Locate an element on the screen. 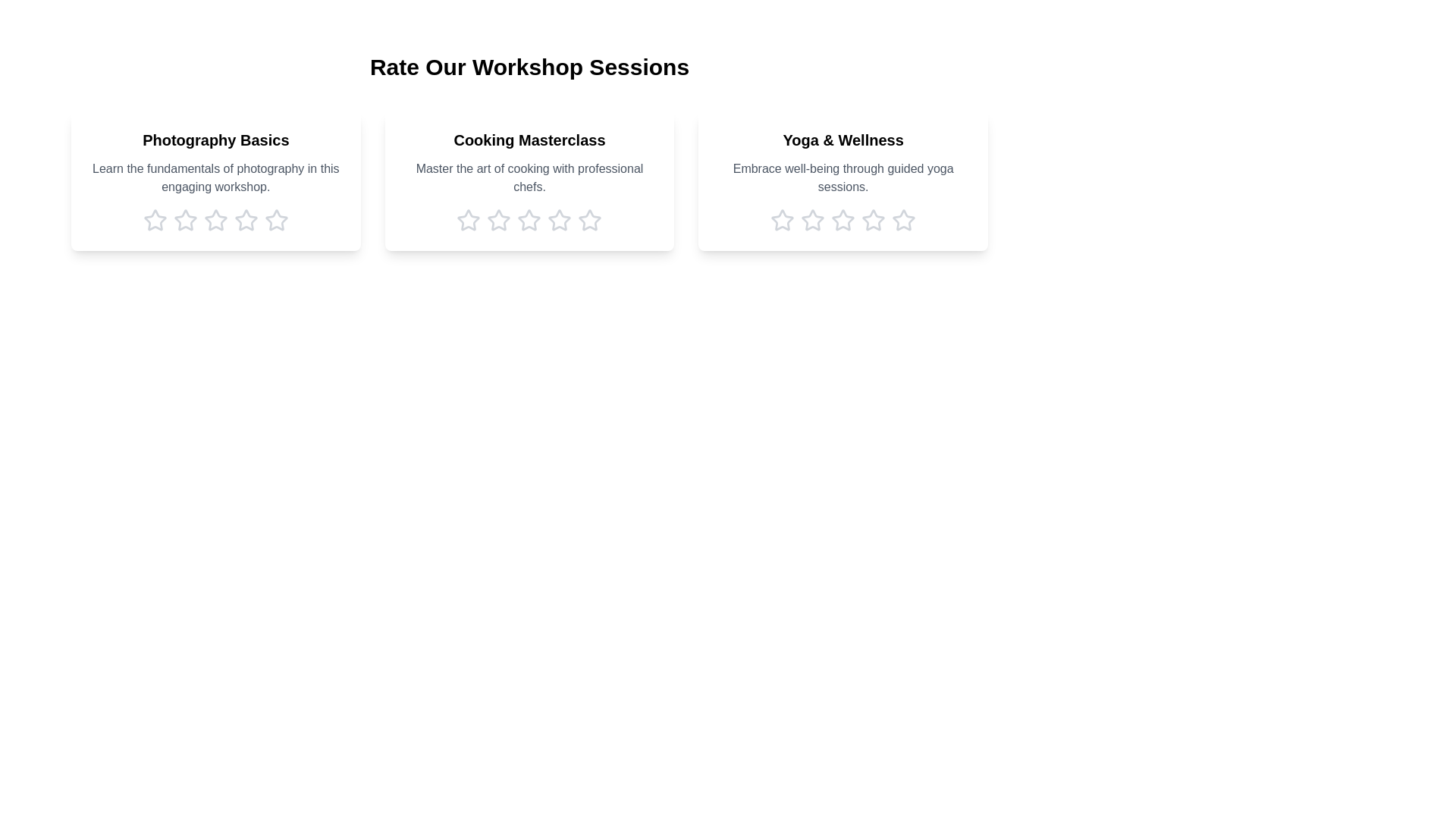 The width and height of the screenshot is (1456, 819). the 1 star for the specified workshop to preview the selection is located at coordinates (155, 220).